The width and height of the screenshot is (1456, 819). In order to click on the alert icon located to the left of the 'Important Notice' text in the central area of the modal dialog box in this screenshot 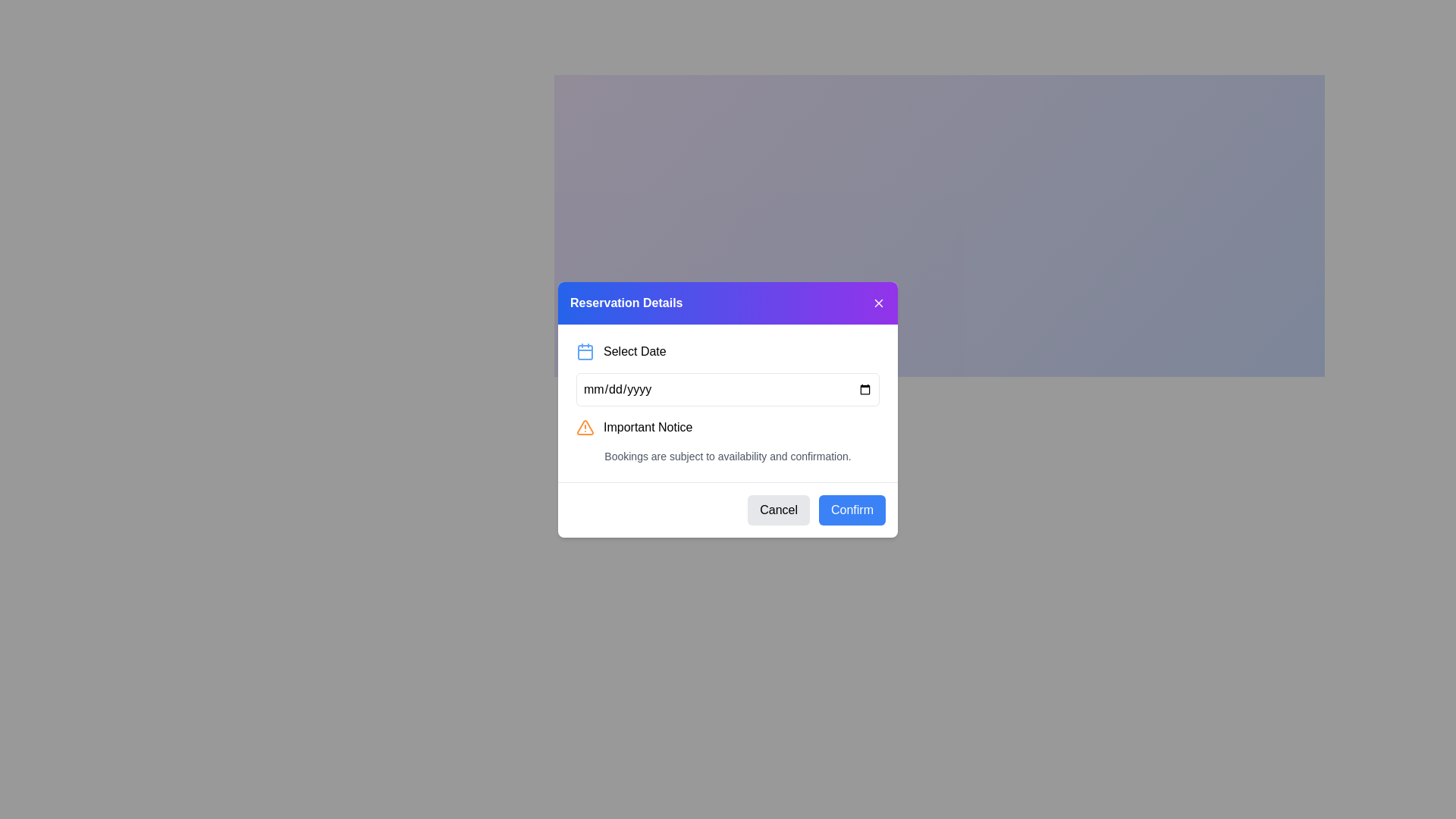, I will do `click(585, 427)`.